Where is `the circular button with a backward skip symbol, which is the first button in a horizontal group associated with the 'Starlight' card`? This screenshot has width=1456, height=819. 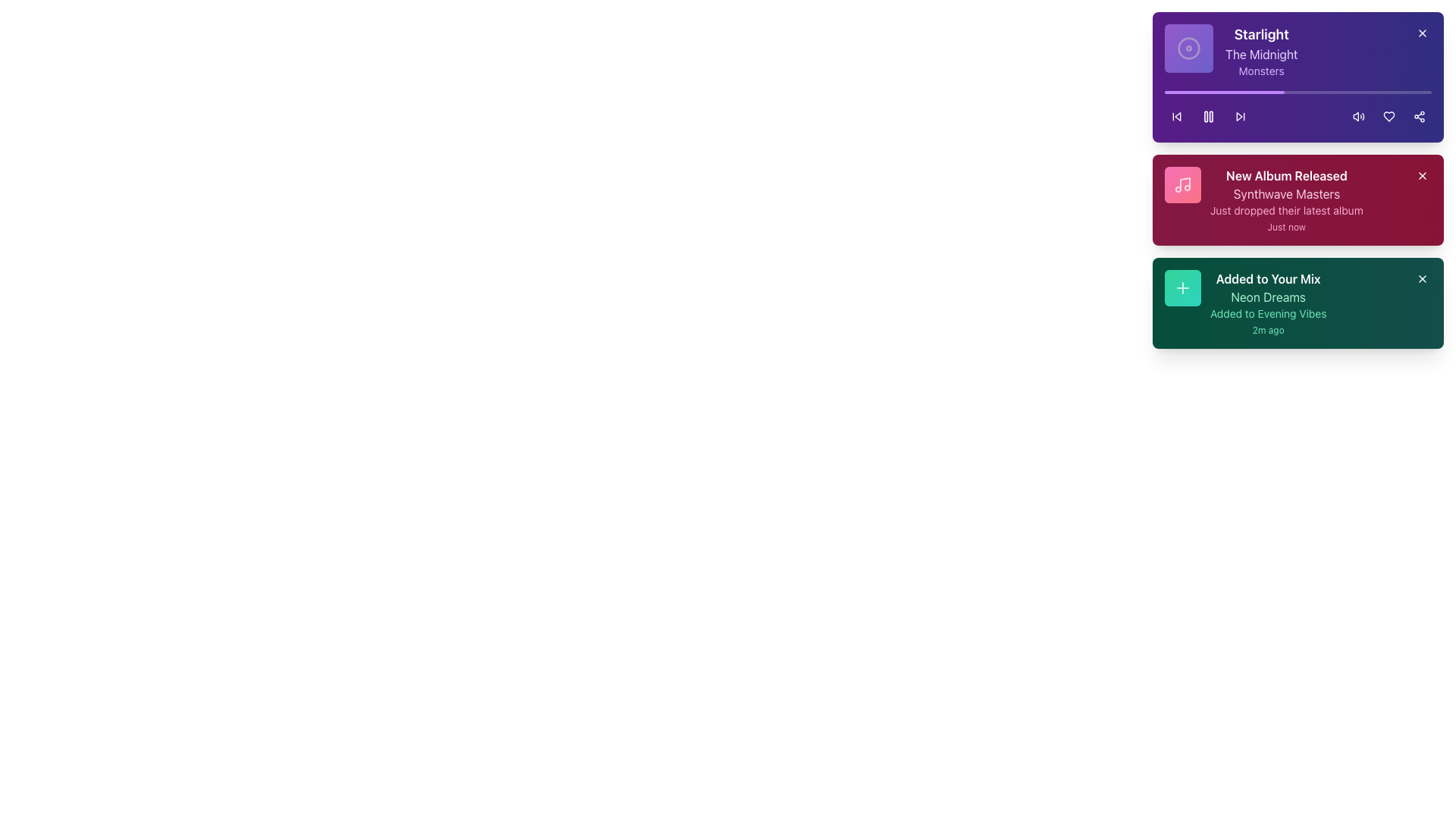 the circular button with a backward skip symbol, which is the first button in a horizontal group associated with the 'Starlight' card is located at coordinates (1175, 116).